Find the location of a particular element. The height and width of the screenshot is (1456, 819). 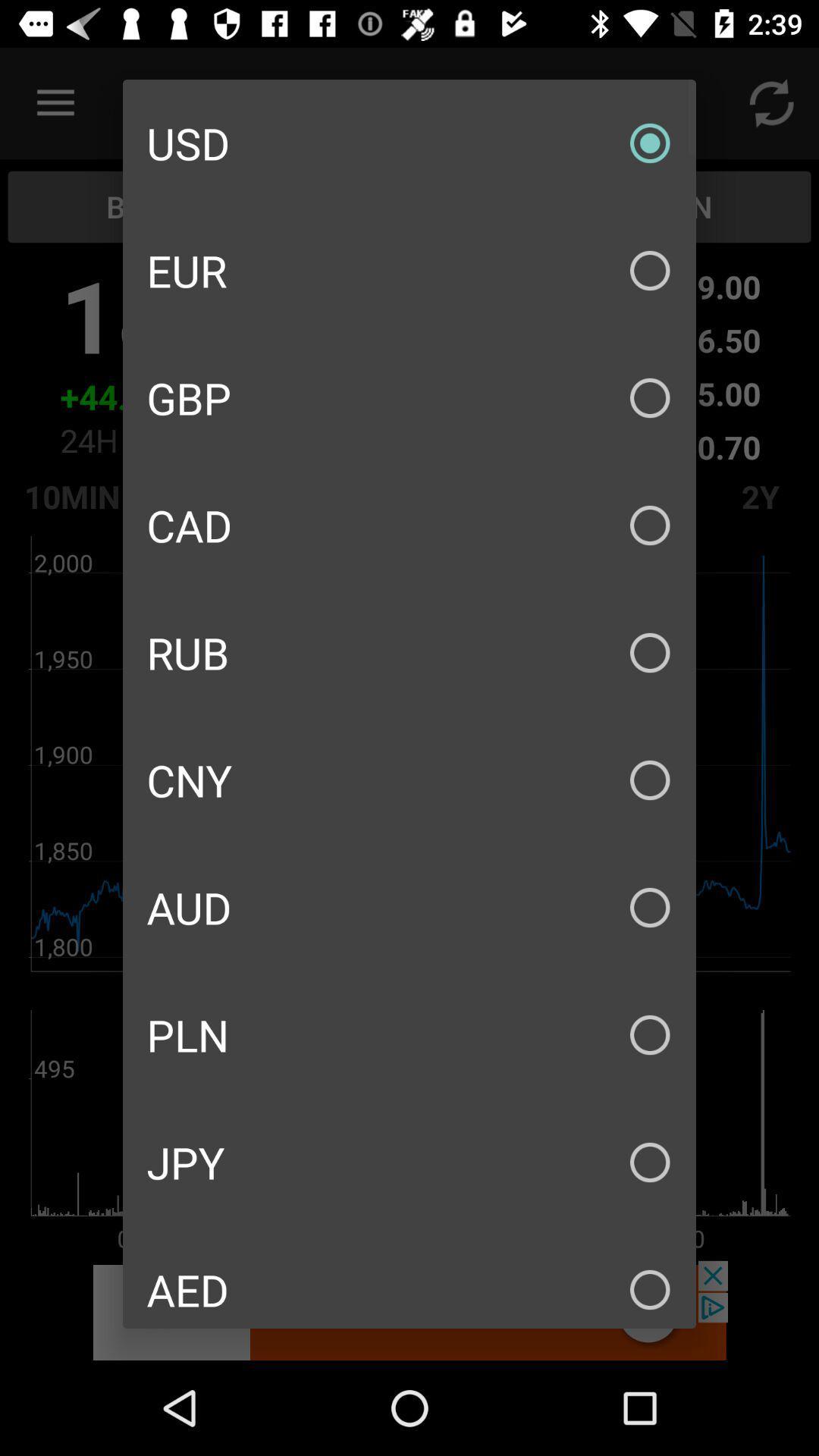

usd icon is located at coordinates (409, 143).